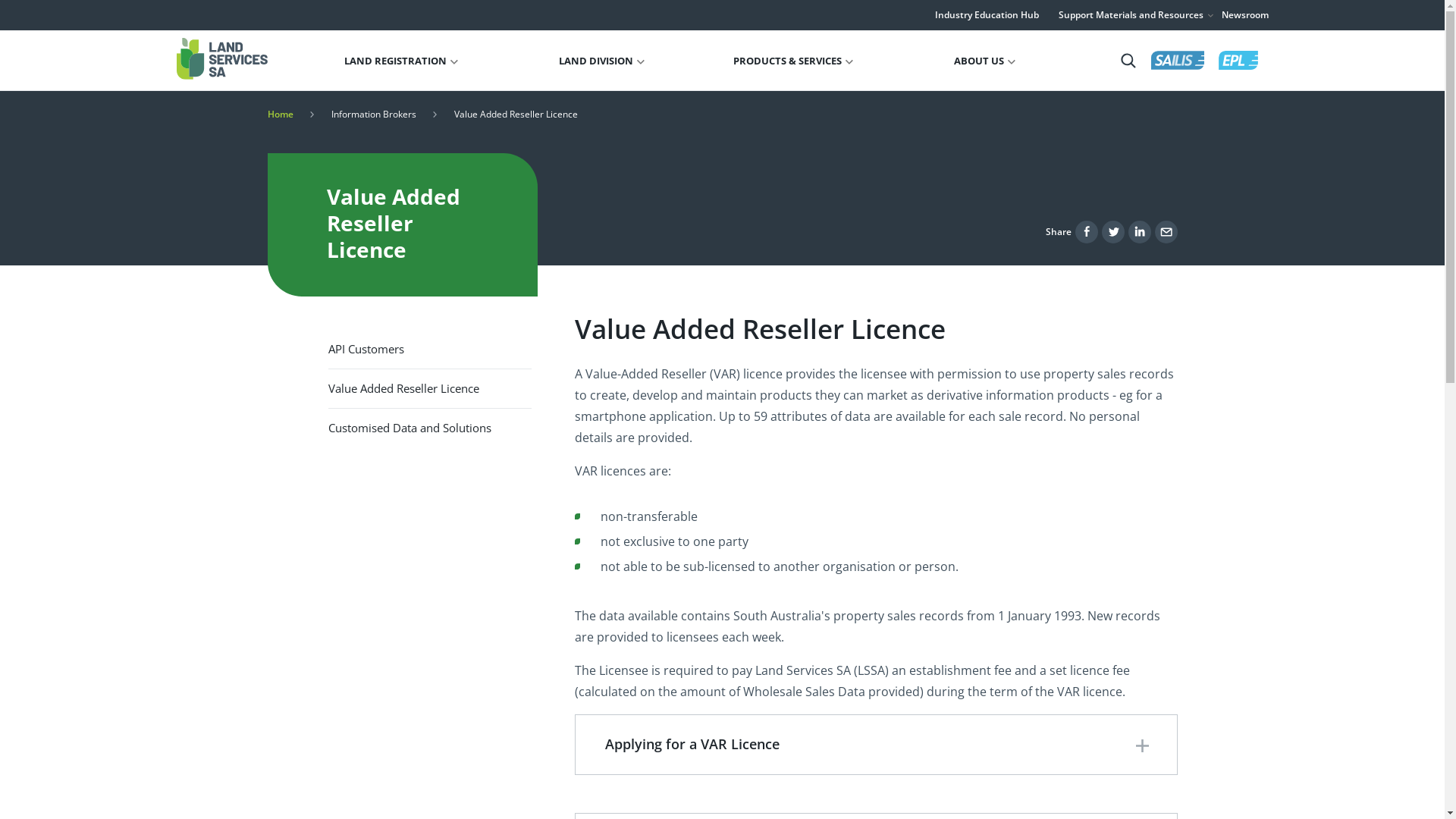 Image resolution: width=1456 pixels, height=819 pixels. What do you see at coordinates (952, 60) in the screenshot?
I see `'ABOUT US'` at bounding box center [952, 60].